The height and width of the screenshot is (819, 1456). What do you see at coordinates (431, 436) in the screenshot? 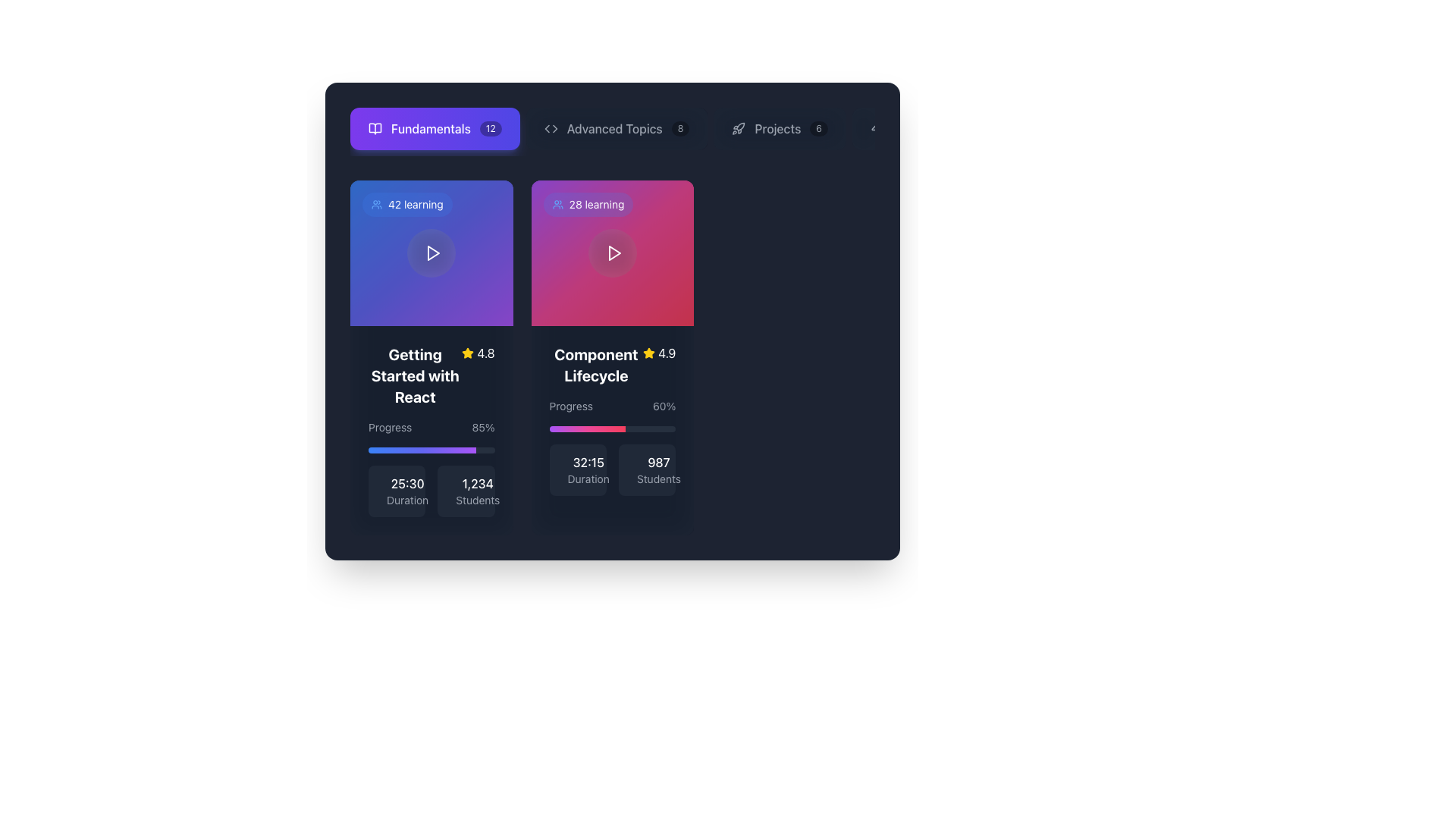
I see `the progress bar labeled 'Progress' with the percentage '85%'` at bounding box center [431, 436].